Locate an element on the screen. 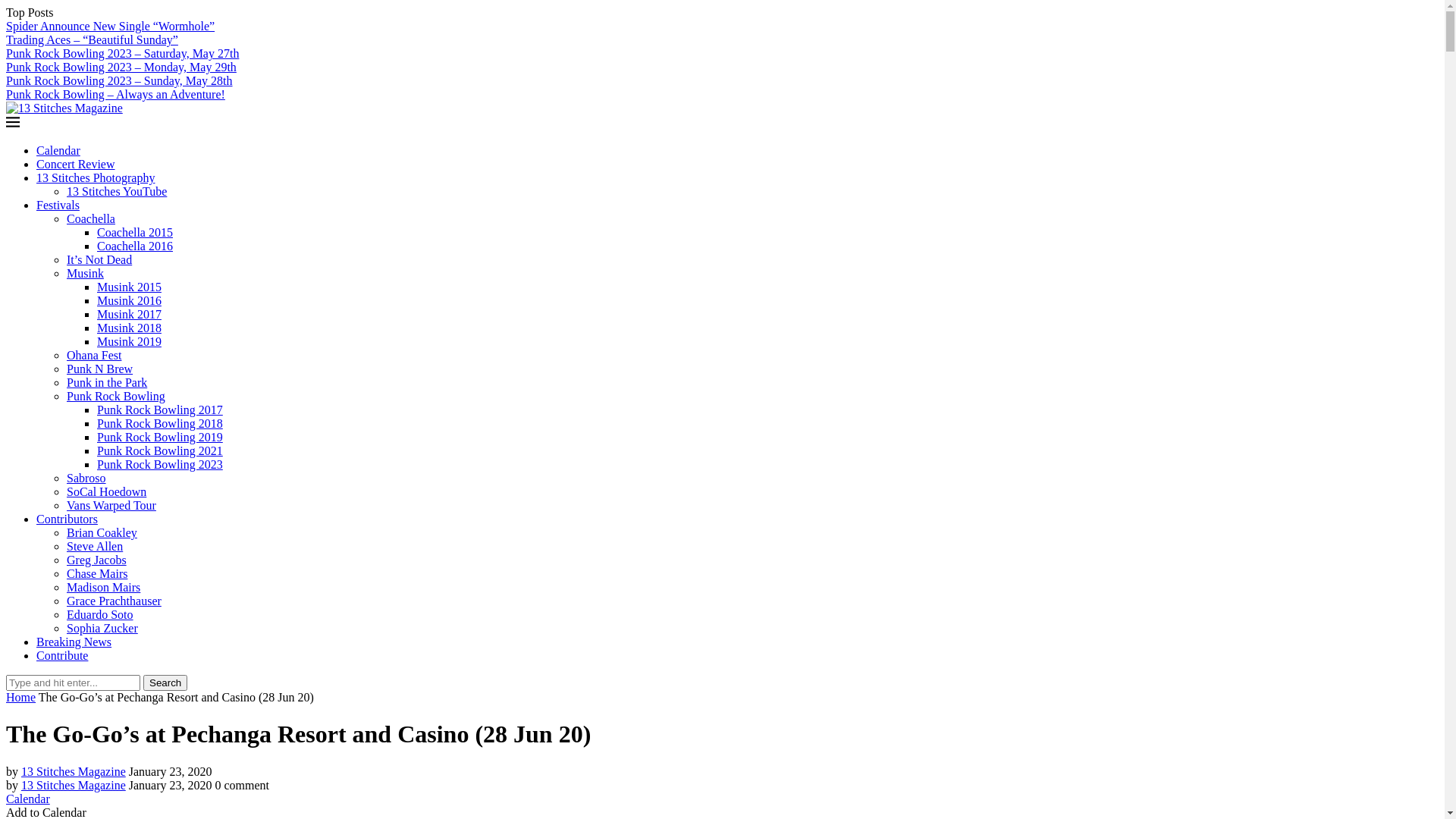  'Punk Rock Bowling 2017' is located at coordinates (160, 409).